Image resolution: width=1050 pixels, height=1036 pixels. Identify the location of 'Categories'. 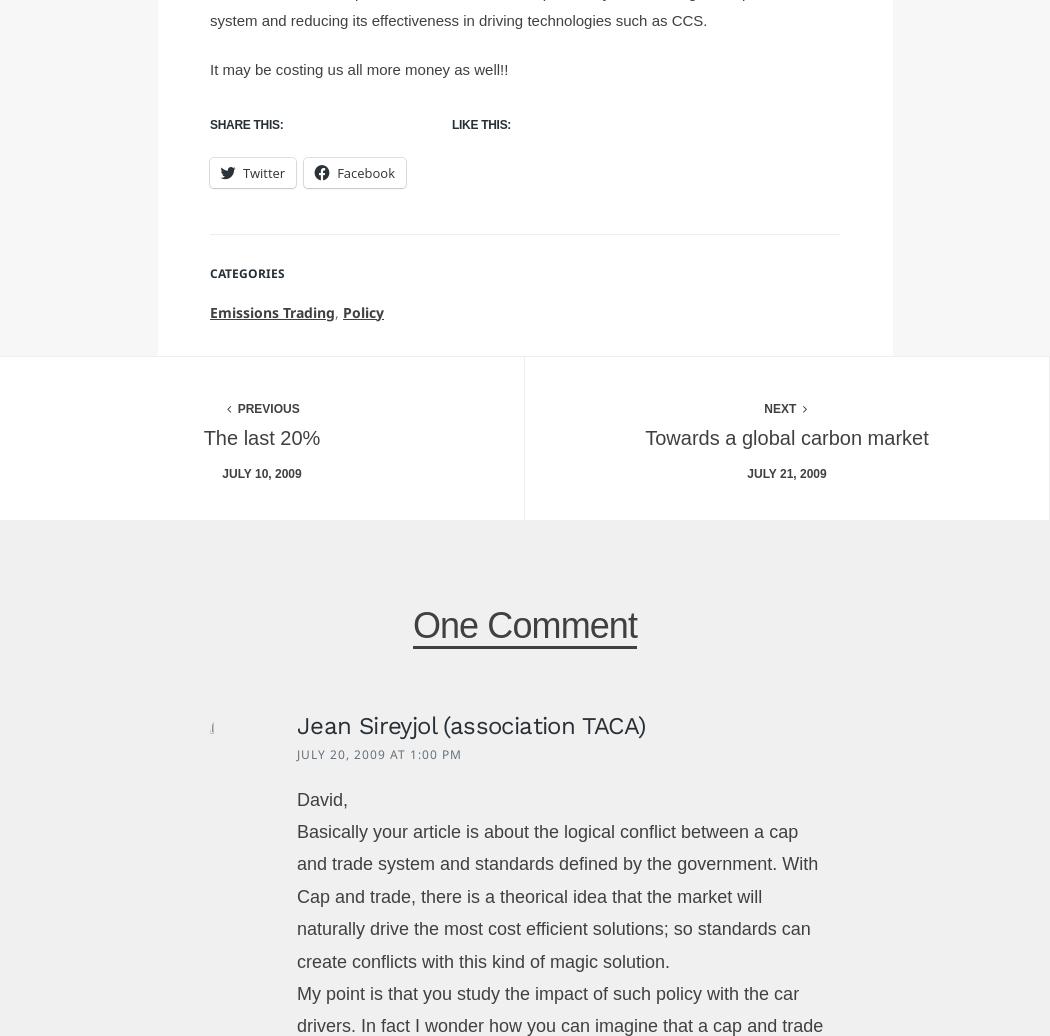
(247, 273).